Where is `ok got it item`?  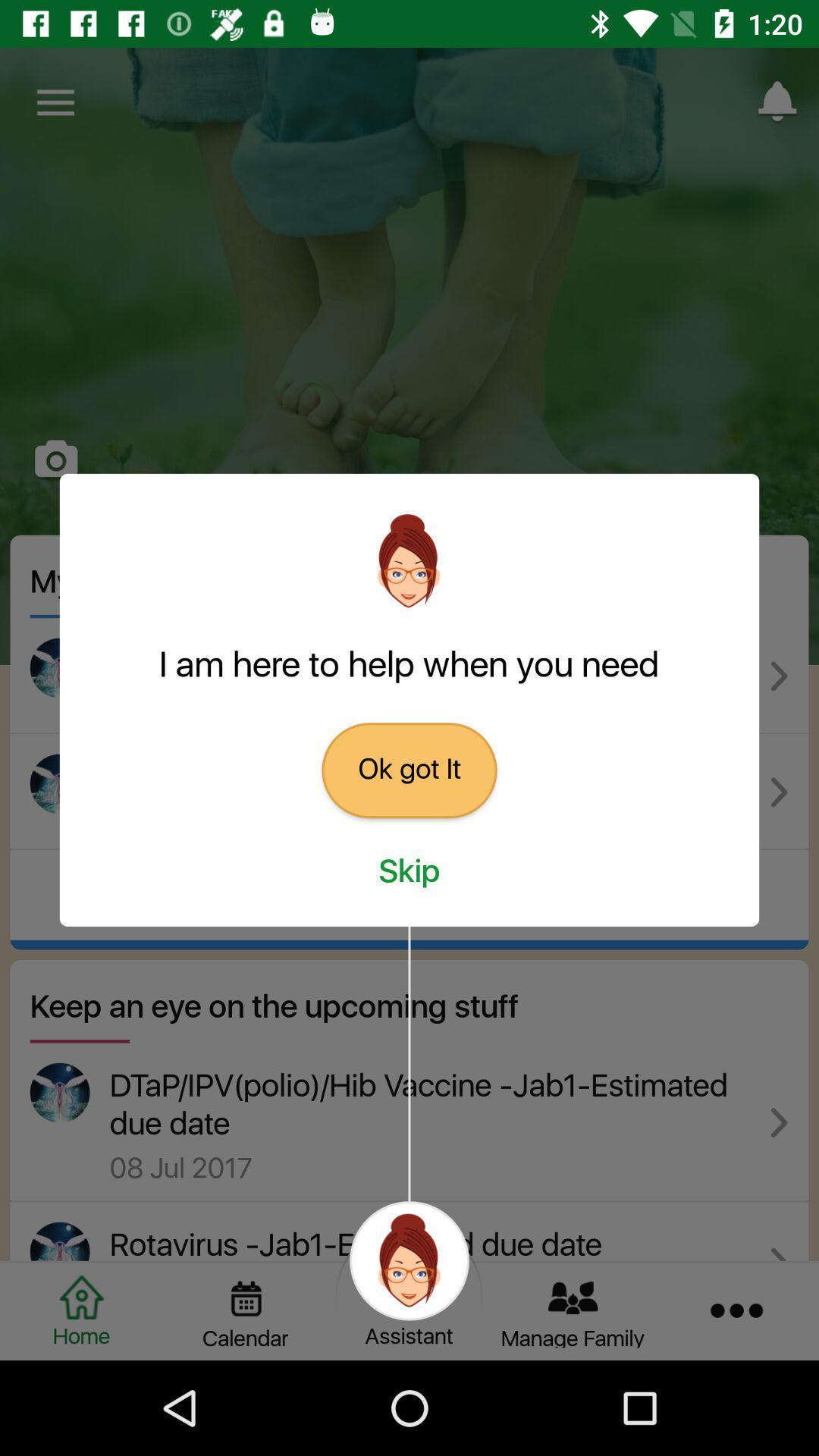
ok got it item is located at coordinates (409, 770).